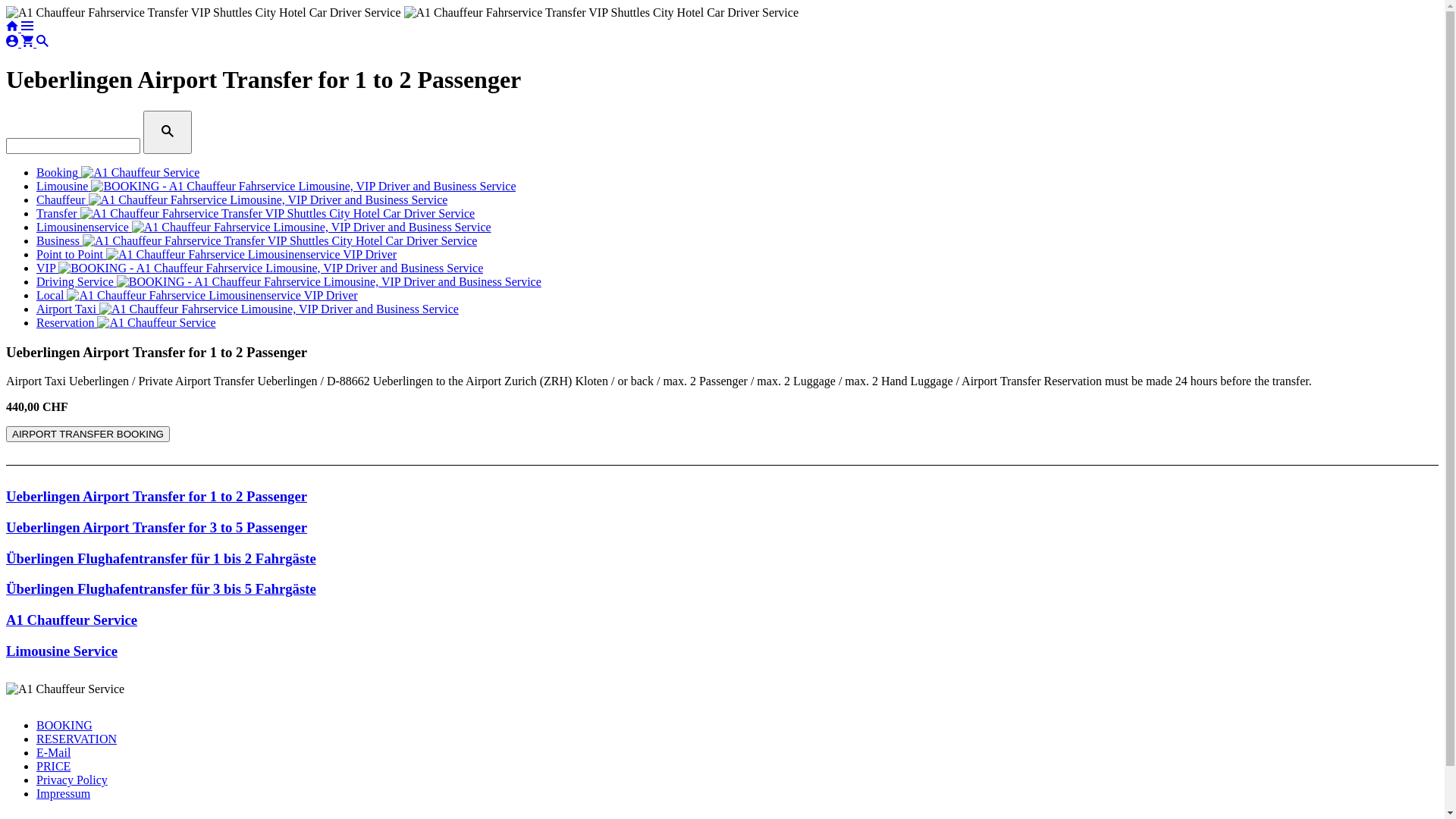 This screenshot has width=1456, height=819. Describe the element at coordinates (36, 295) in the screenshot. I see `'Local'` at that location.